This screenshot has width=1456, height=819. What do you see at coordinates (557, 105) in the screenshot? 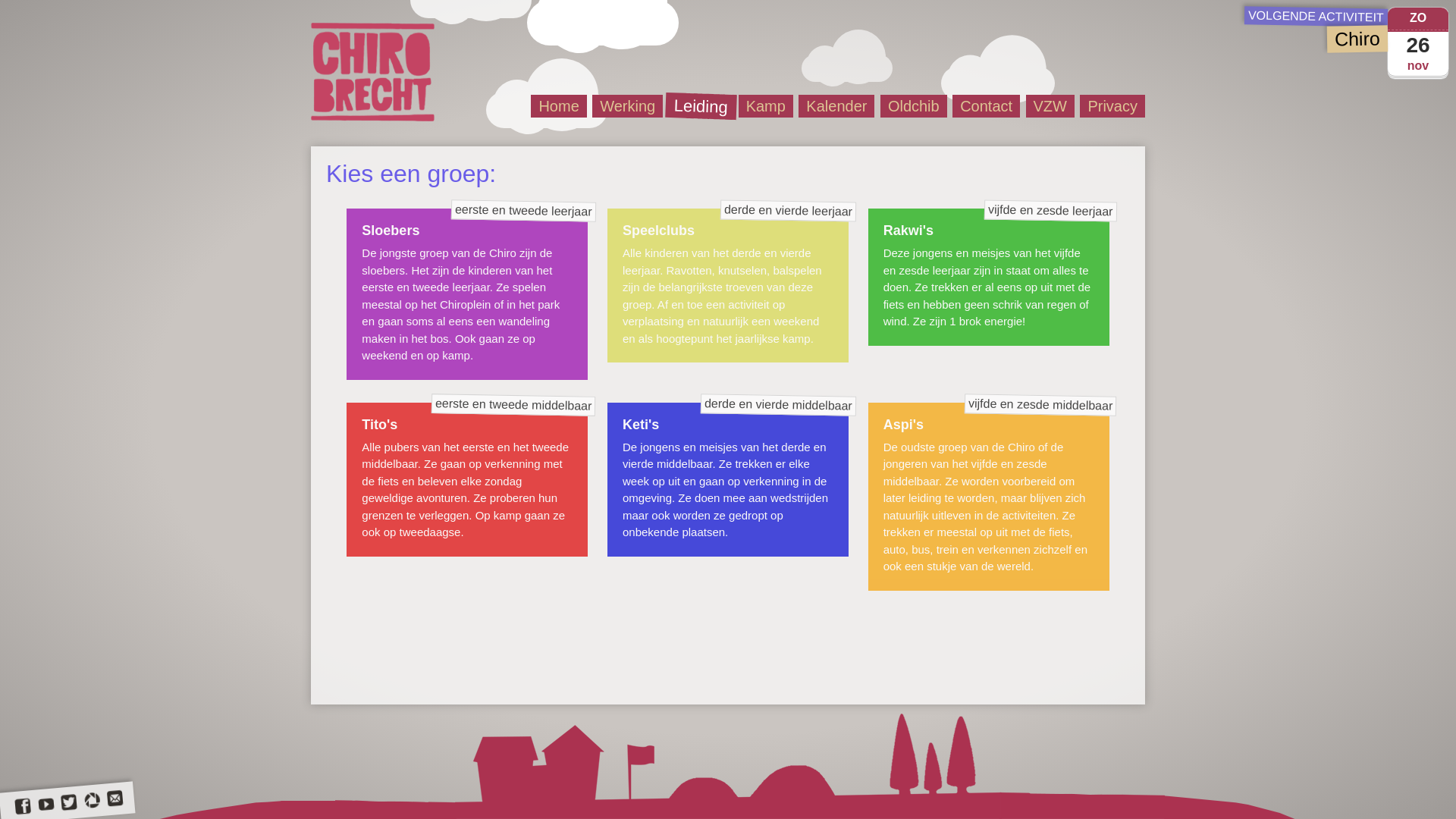
I see `'Home'` at bounding box center [557, 105].